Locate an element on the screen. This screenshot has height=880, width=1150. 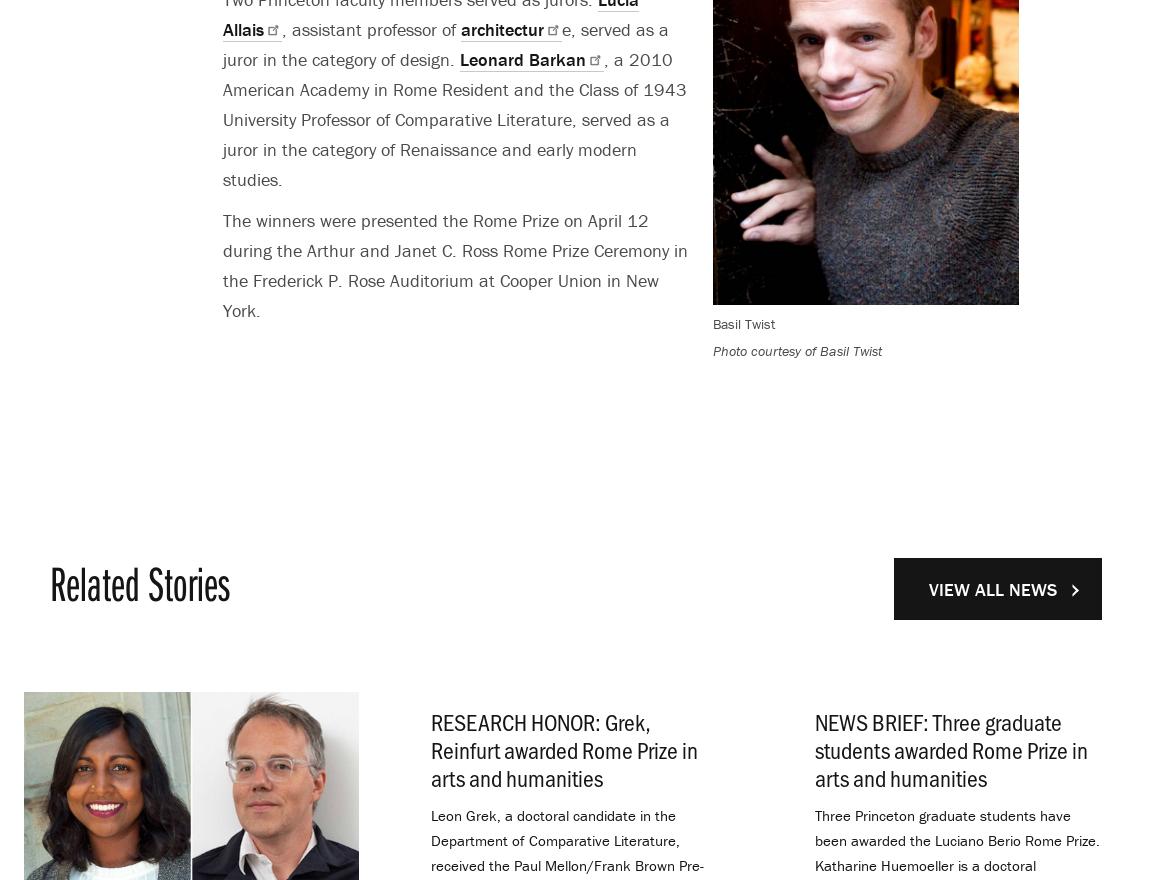
'Related Stories' is located at coordinates (138, 583).